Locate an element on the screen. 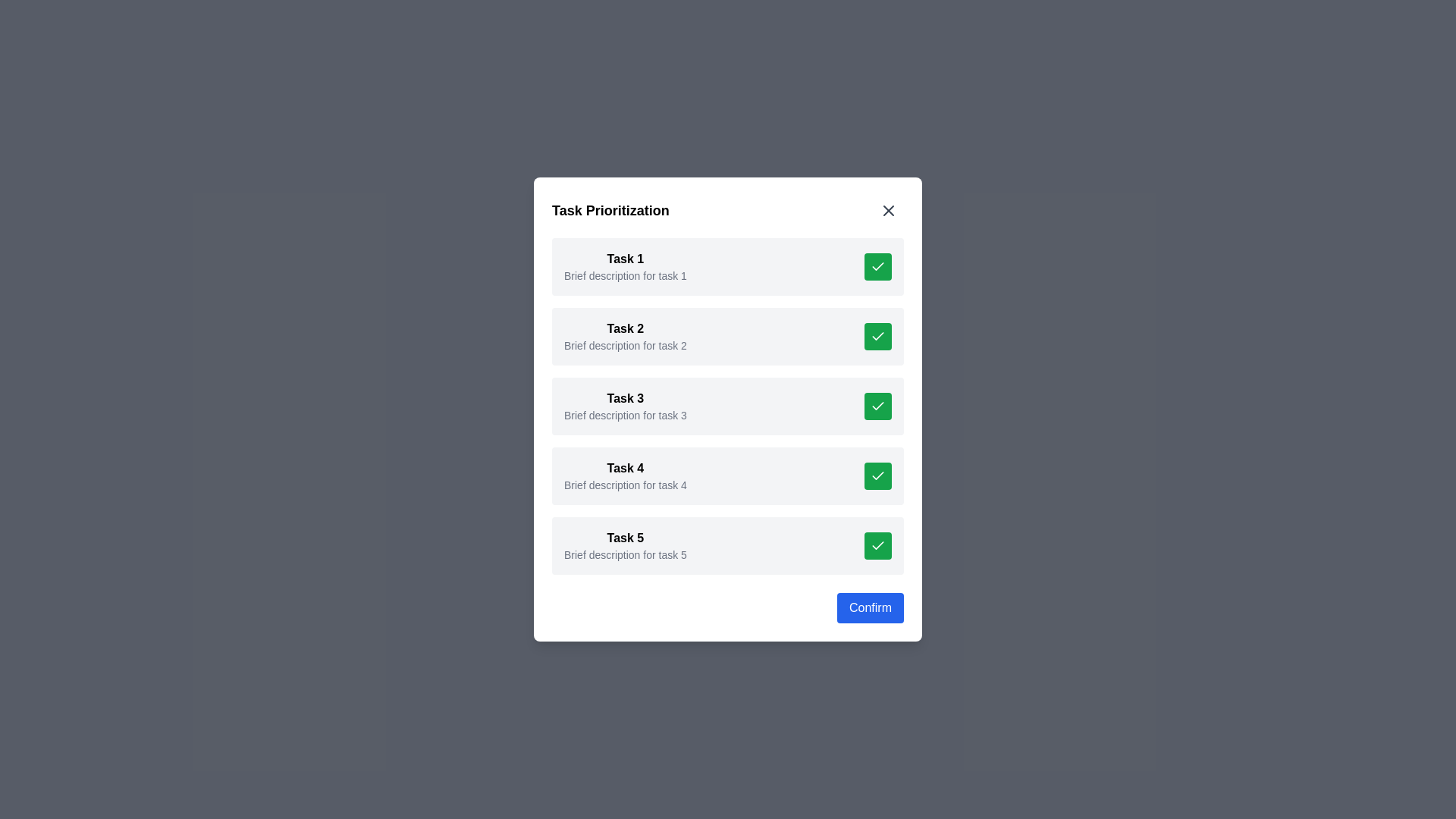 The image size is (1456, 819). the icon-based button located in the upper-right corner of the 'Task Prioritization' card is located at coordinates (888, 210).